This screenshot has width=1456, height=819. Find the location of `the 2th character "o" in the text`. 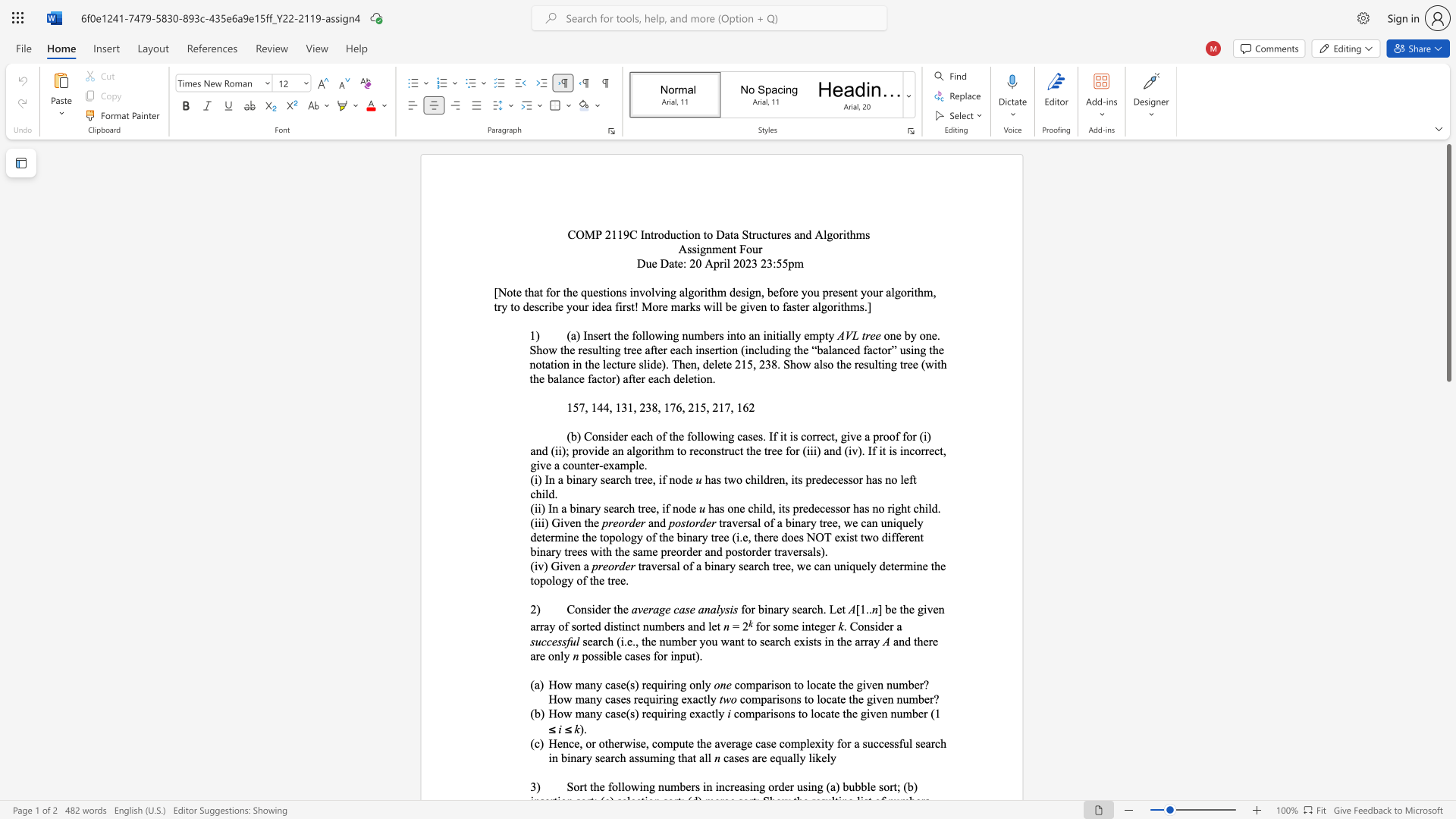

the 2th character "o" in the text is located at coordinates (651, 334).